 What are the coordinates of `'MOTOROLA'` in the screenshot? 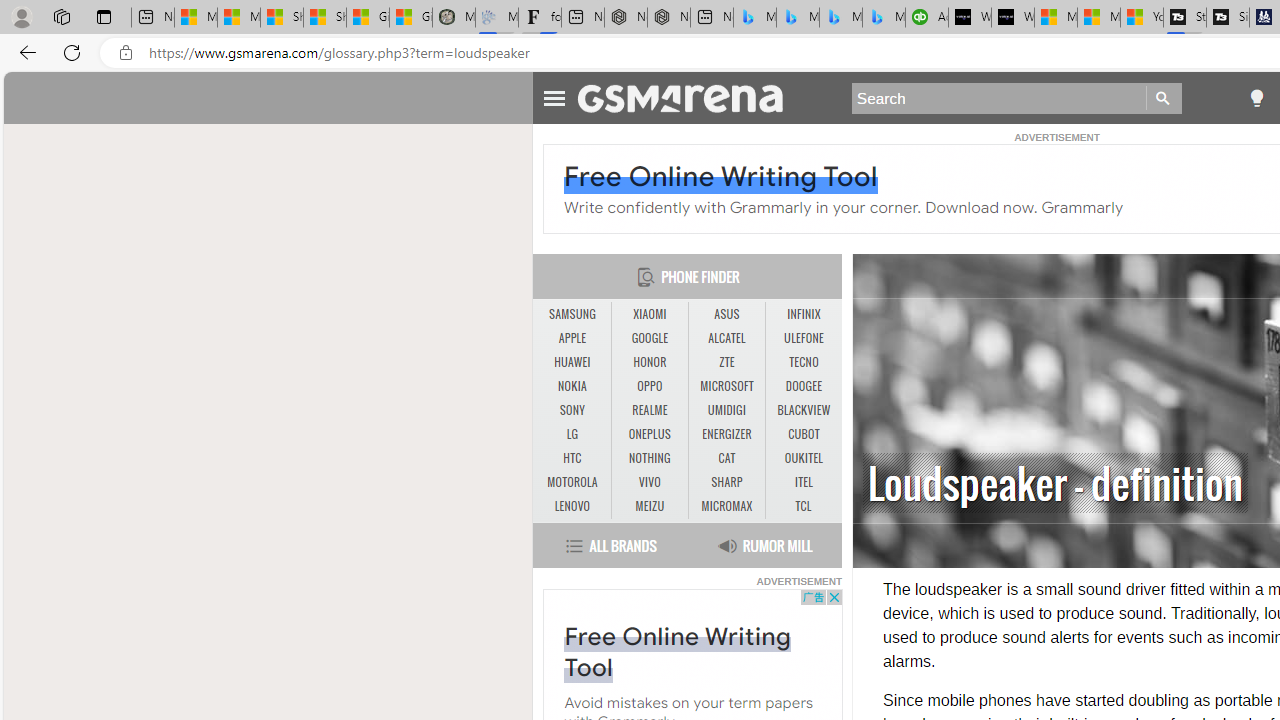 It's located at (571, 483).